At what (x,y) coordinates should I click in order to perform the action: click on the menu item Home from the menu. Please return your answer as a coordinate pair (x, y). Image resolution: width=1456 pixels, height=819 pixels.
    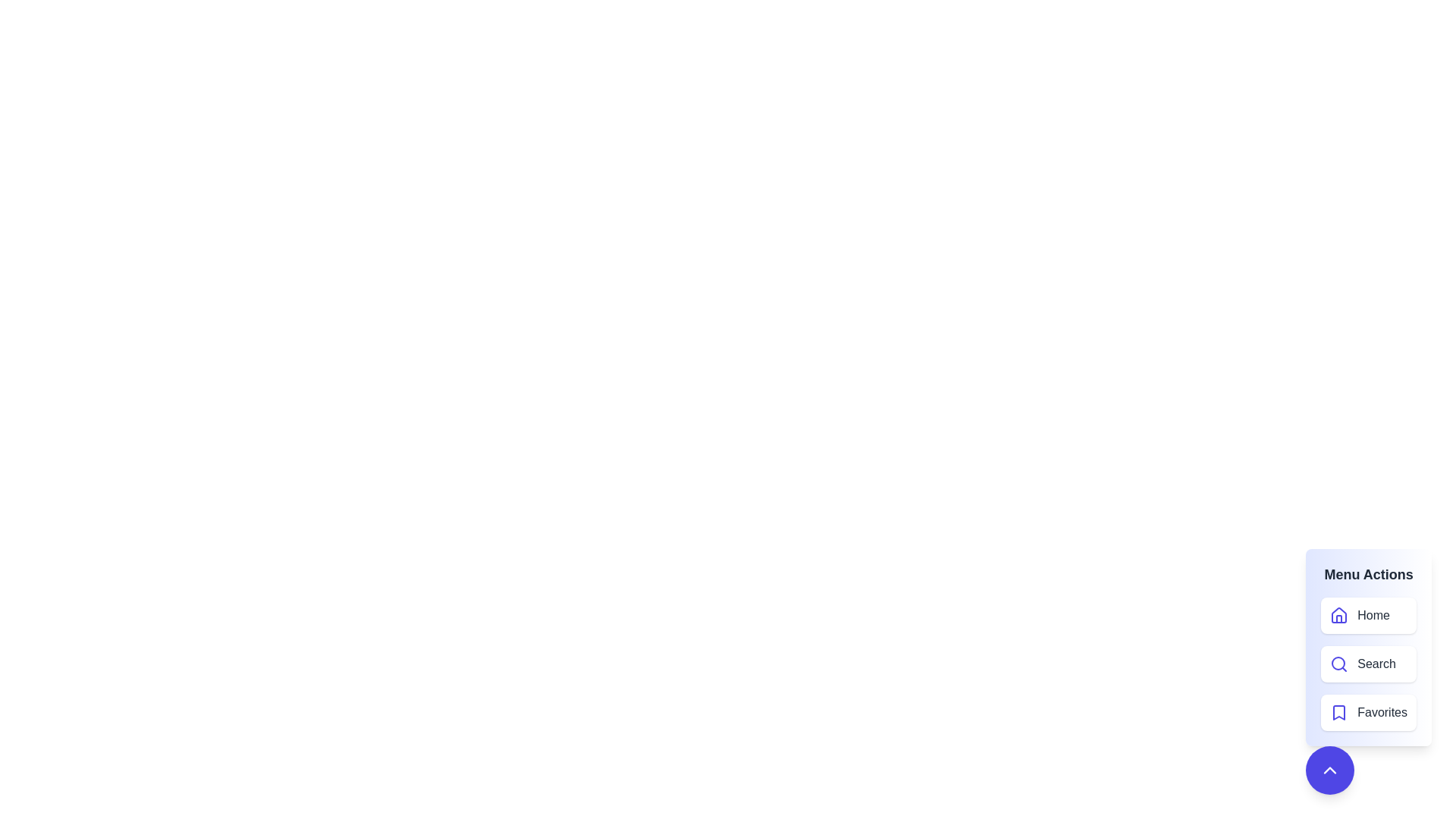
    Looking at the image, I should click on (1368, 616).